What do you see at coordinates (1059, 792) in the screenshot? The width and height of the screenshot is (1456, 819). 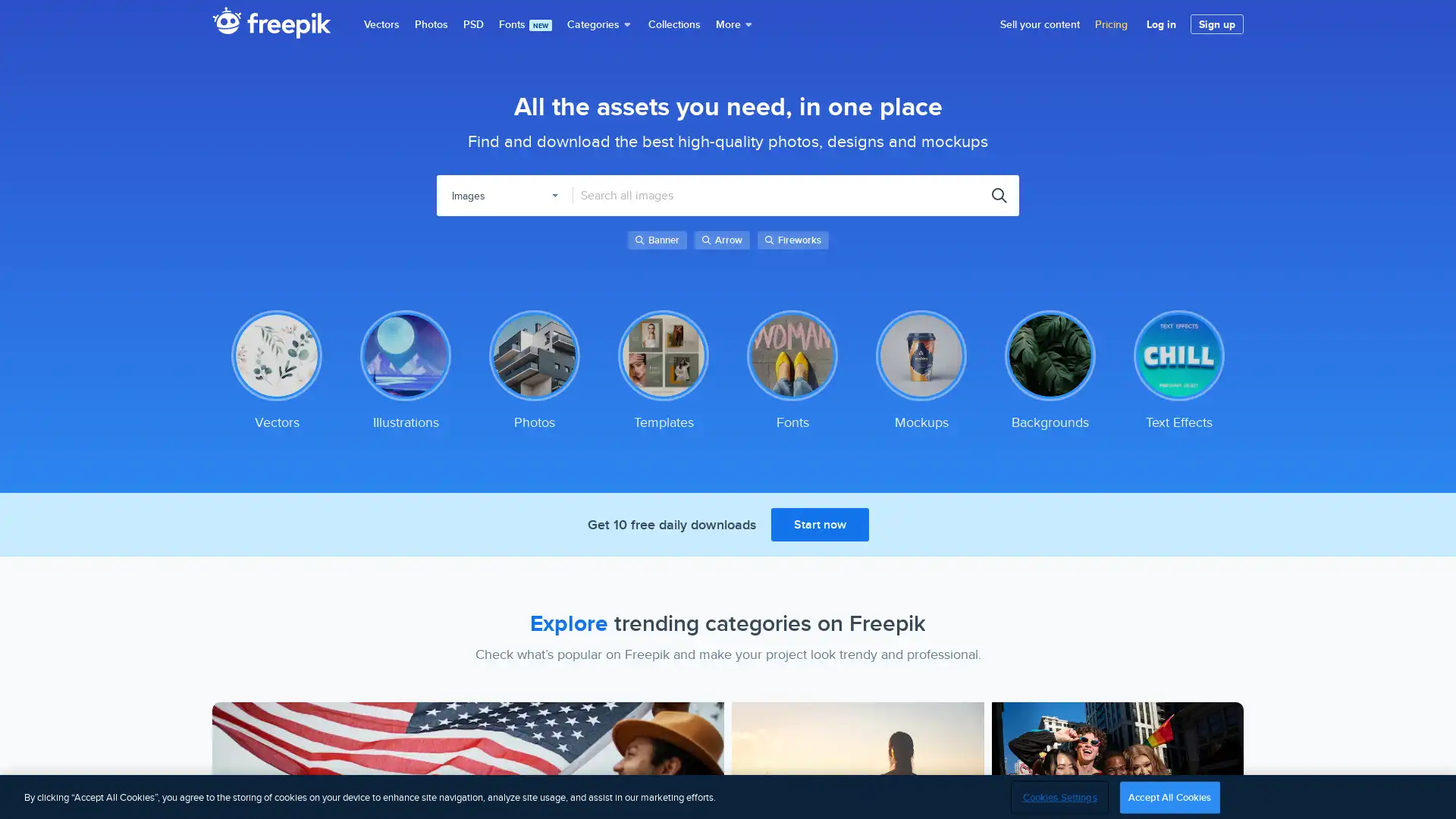 I see `Cookies Settings` at bounding box center [1059, 792].